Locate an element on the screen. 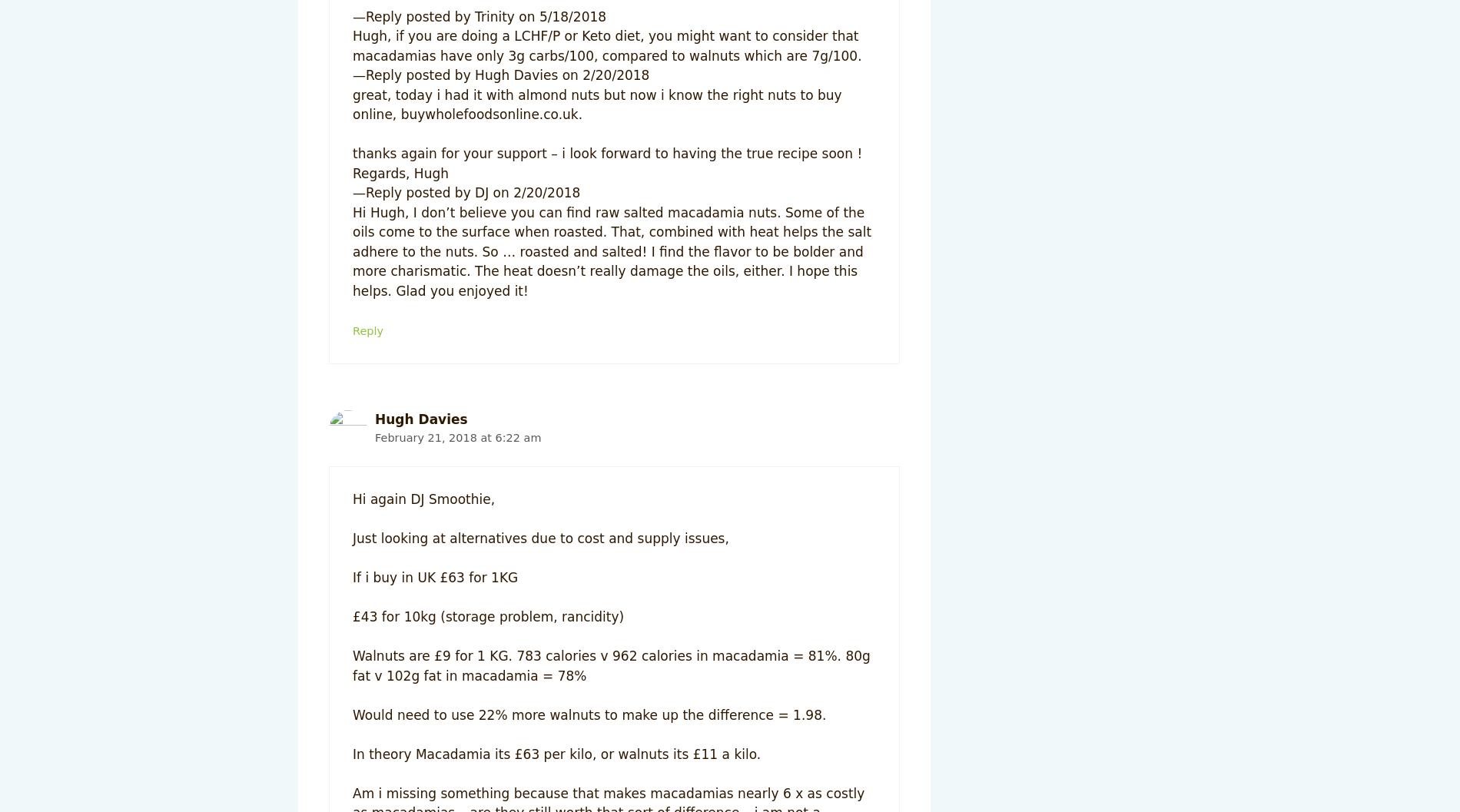 This screenshot has height=812, width=1460. 'In theory Macadamia its £63 per kilo, or walnuts its £11 a kilo.' is located at coordinates (556, 754).